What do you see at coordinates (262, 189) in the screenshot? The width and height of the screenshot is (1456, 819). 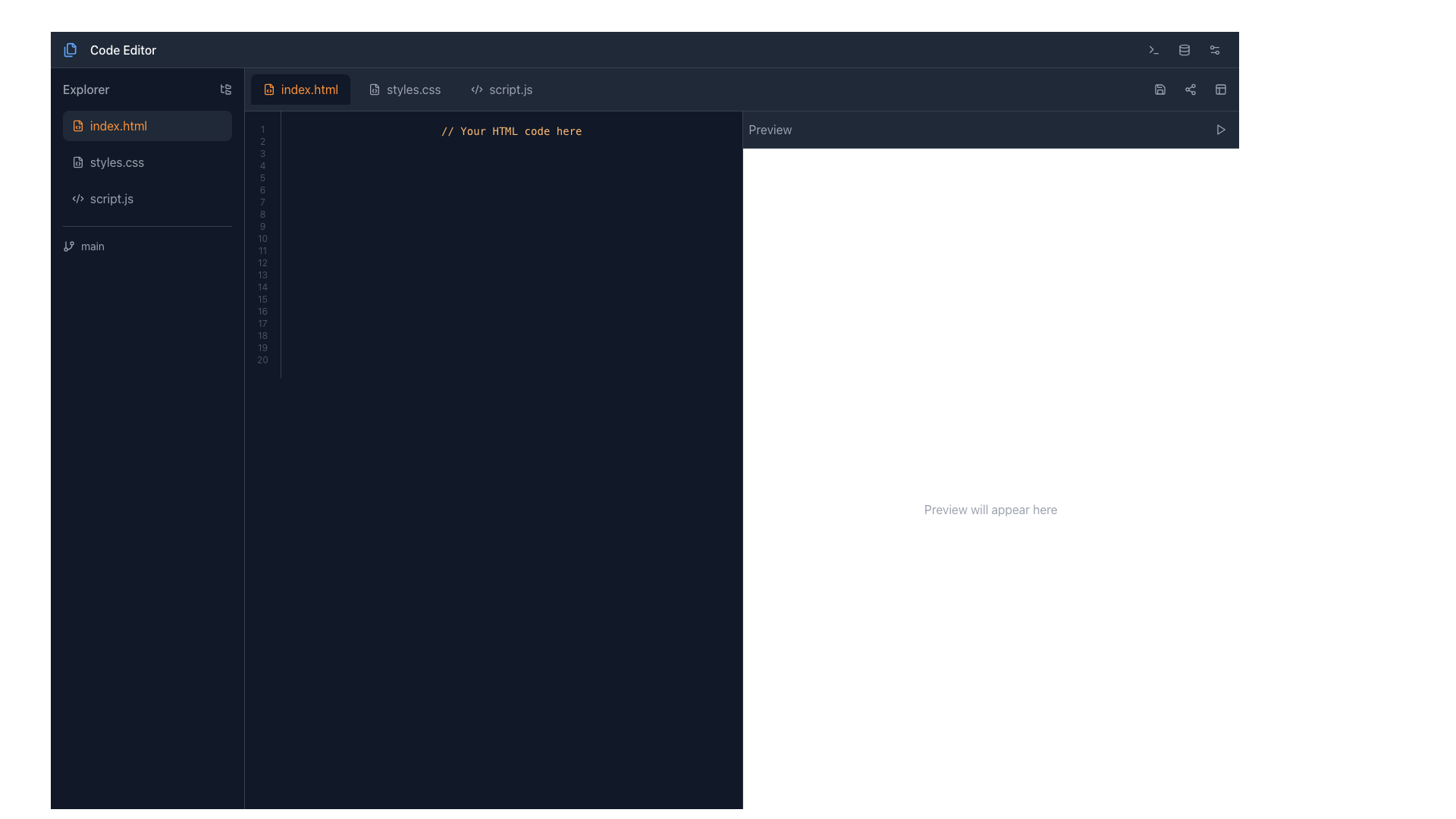 I see `the static text label that indicates the 6th line of code in the code editor, located at the left border of the interface` at bounding box center [262, 189].